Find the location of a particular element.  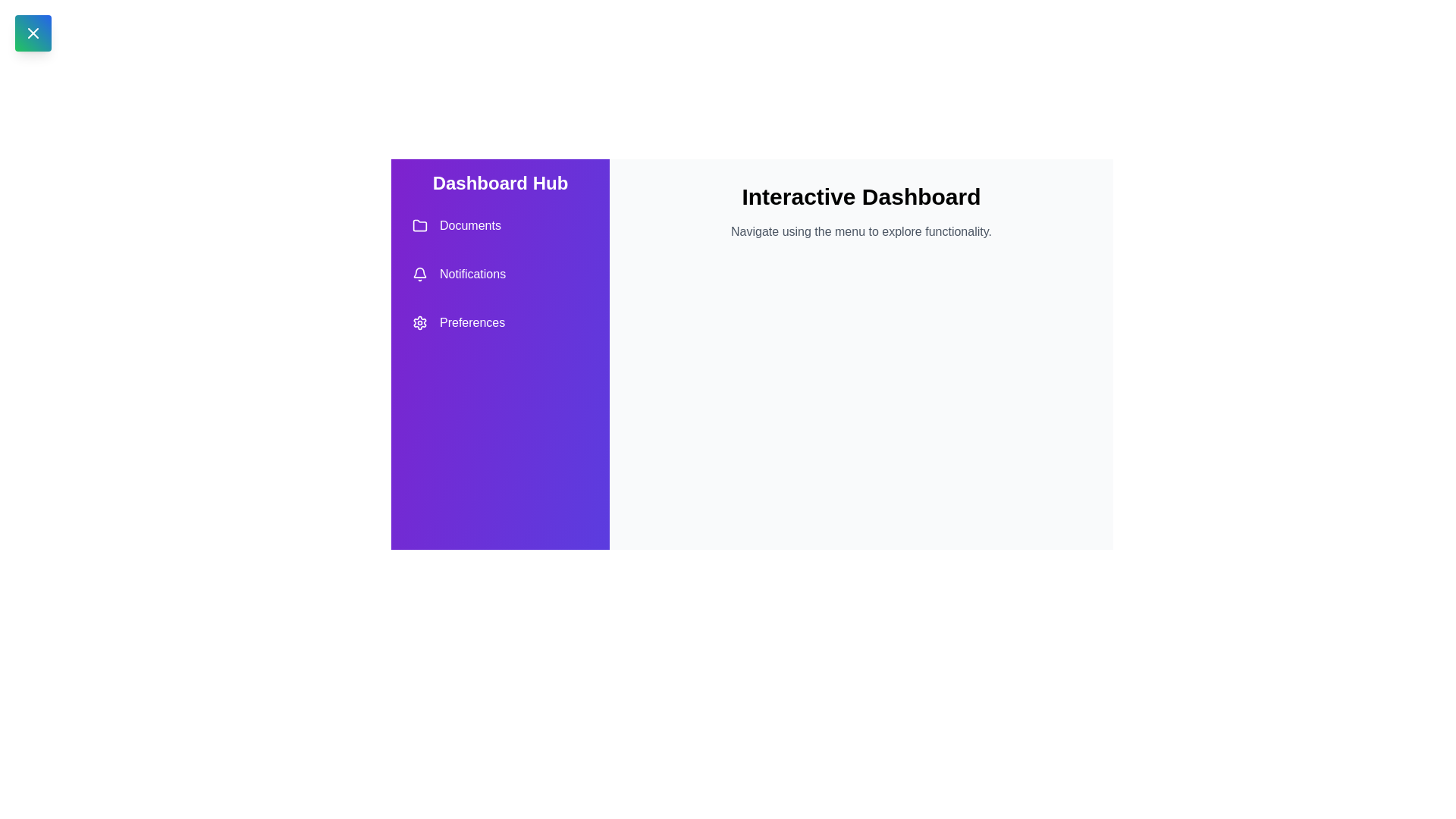

the 'Documents' menu item in the drawer is located at coordinates (500, 225).